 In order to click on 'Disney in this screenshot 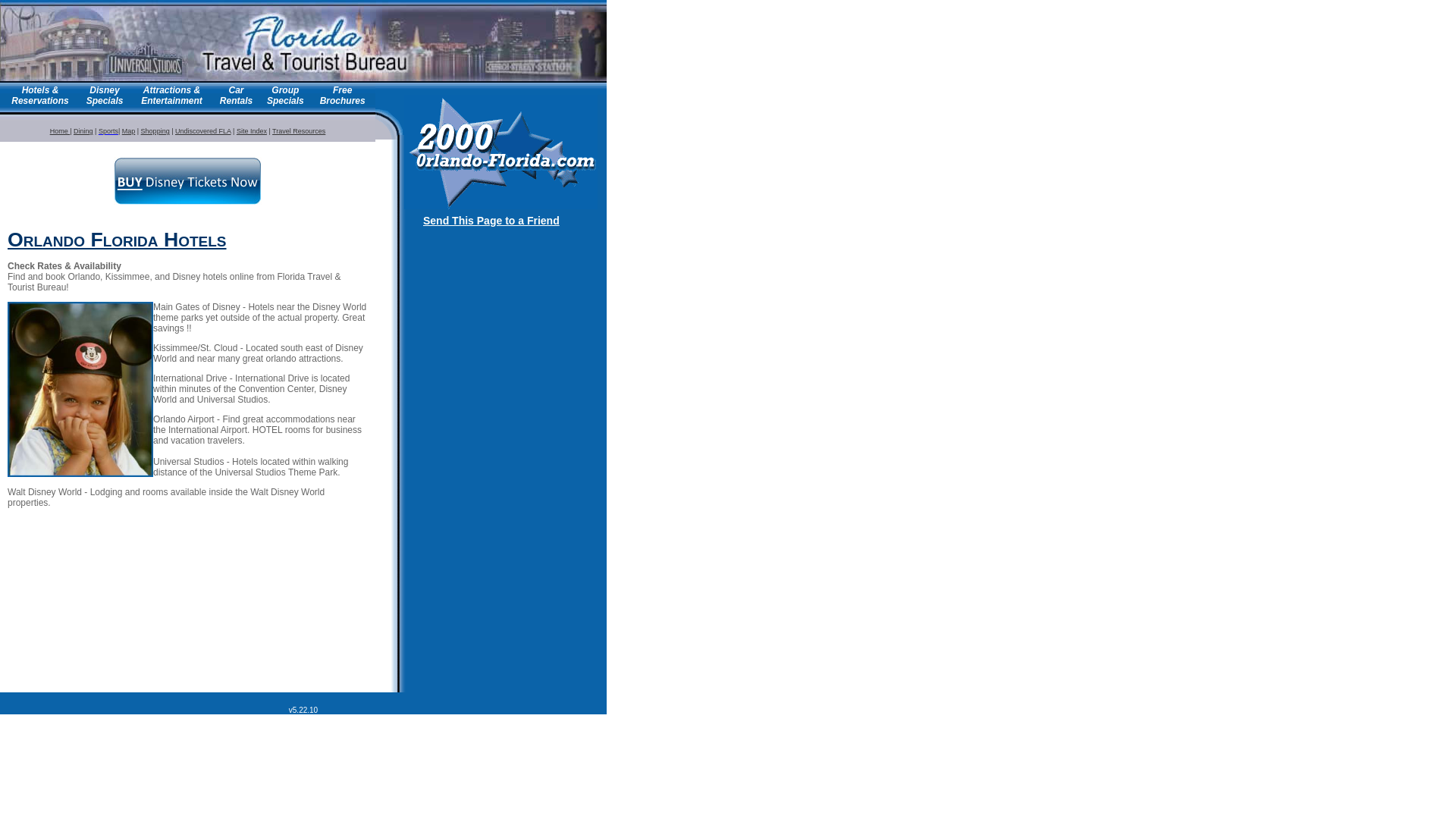, I will do `click(86, 96)`.